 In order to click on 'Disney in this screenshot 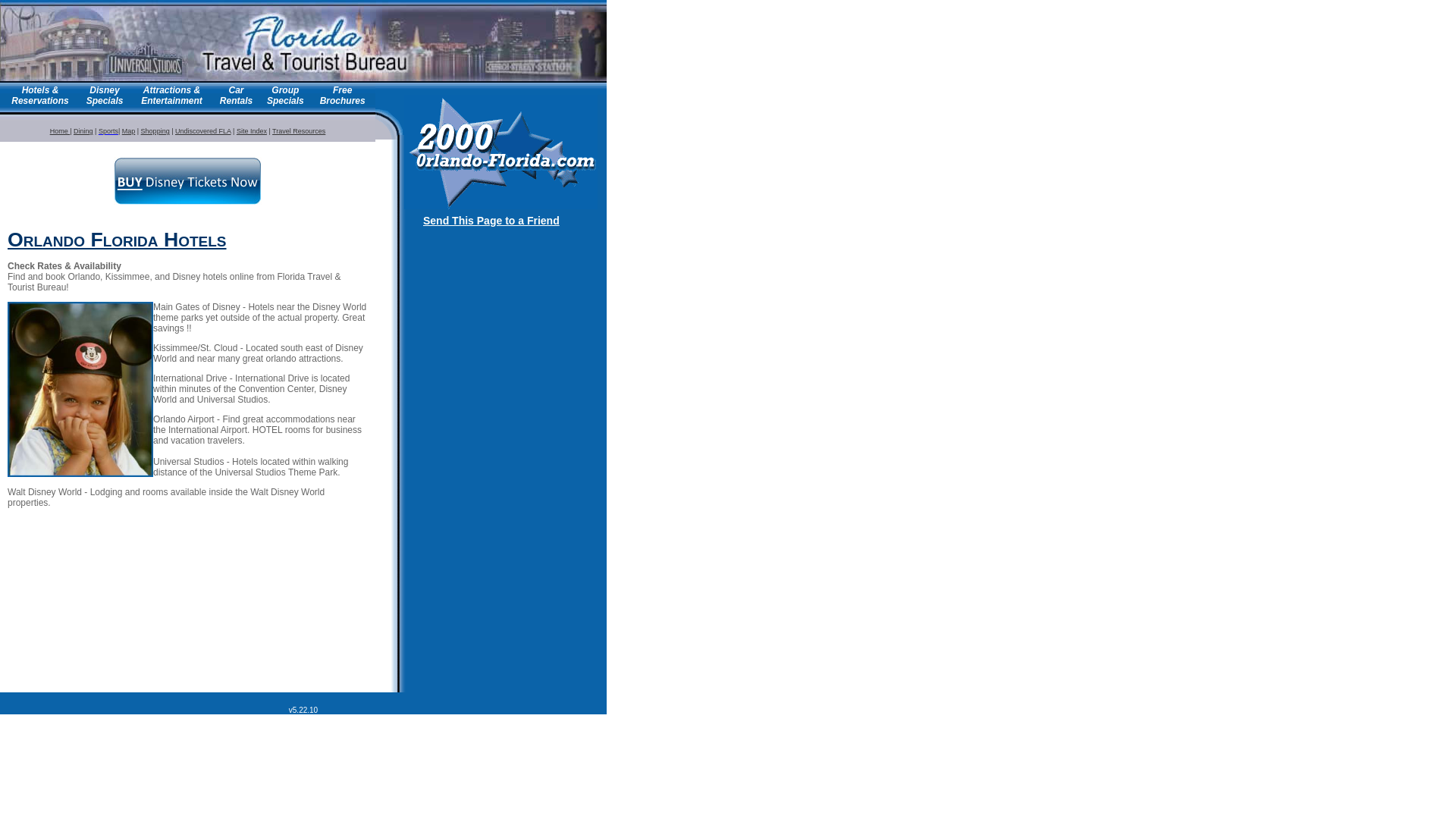, I will do `click(86, 96)`.